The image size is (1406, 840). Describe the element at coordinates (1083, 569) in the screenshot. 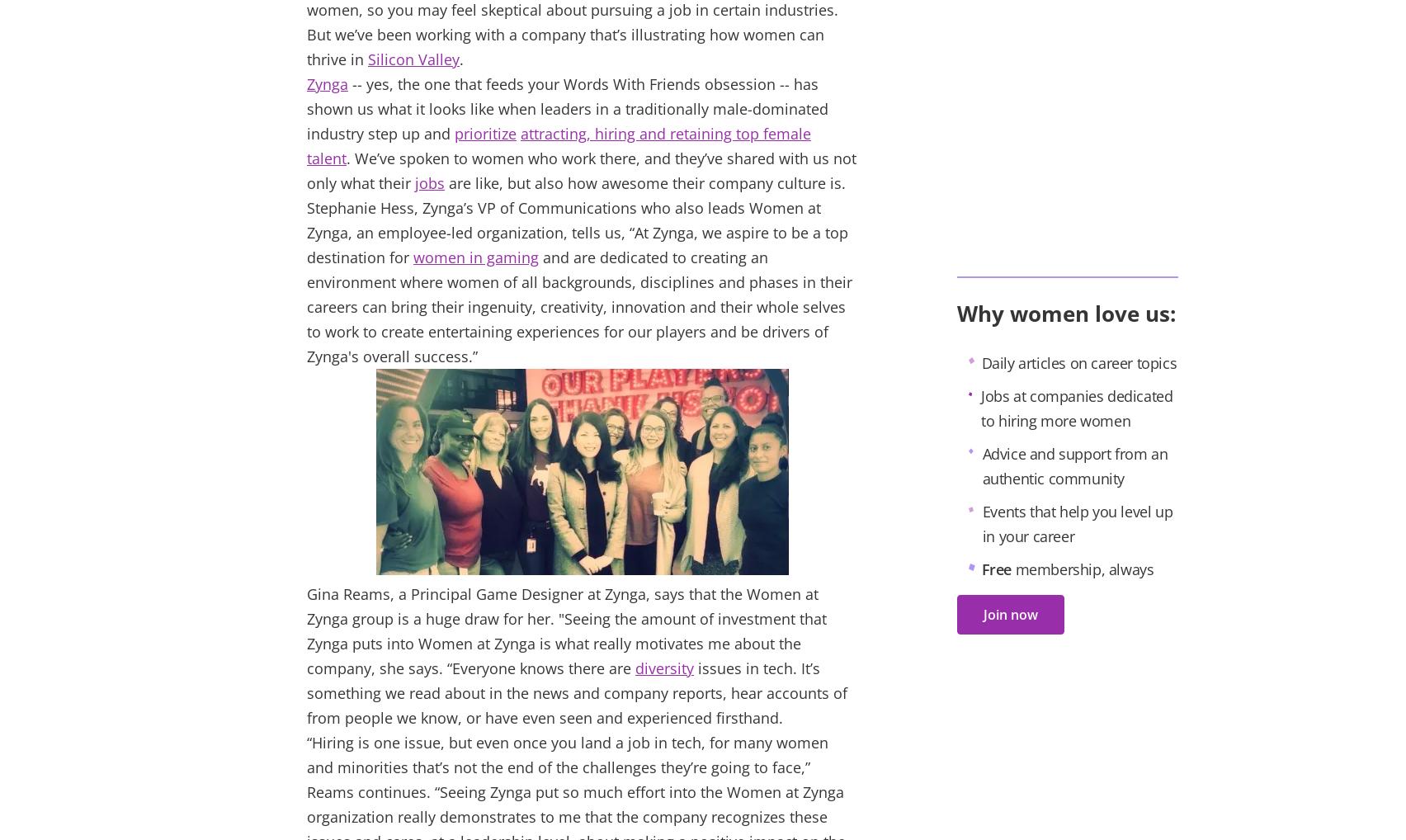

I see `'membership, always'` at that location.